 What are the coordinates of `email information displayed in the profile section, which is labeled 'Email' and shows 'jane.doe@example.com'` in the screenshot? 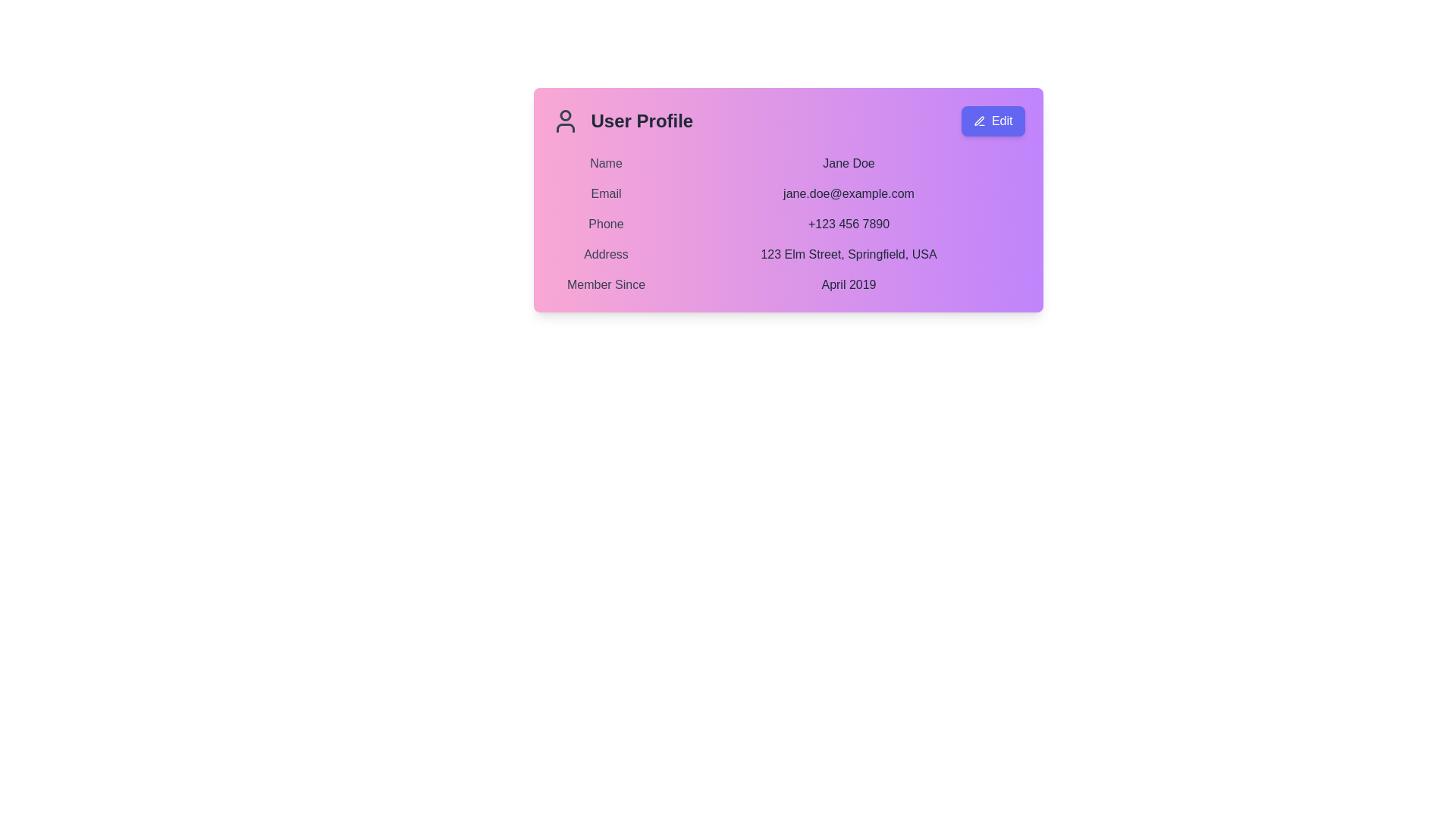 It's located at (788, 193).